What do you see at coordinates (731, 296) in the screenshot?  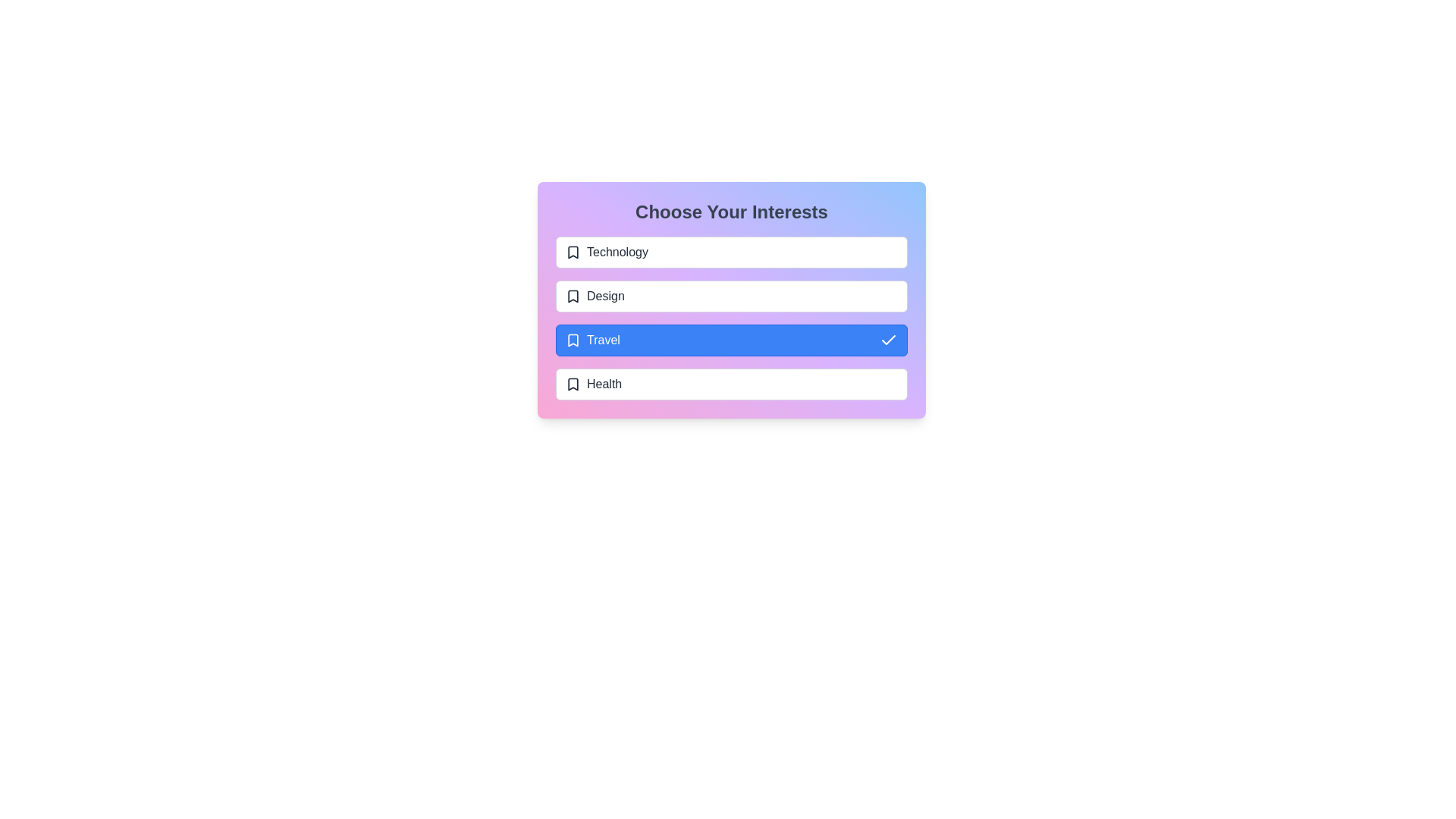 I see `the interest labeled Design` at bounding box center [731, 296].